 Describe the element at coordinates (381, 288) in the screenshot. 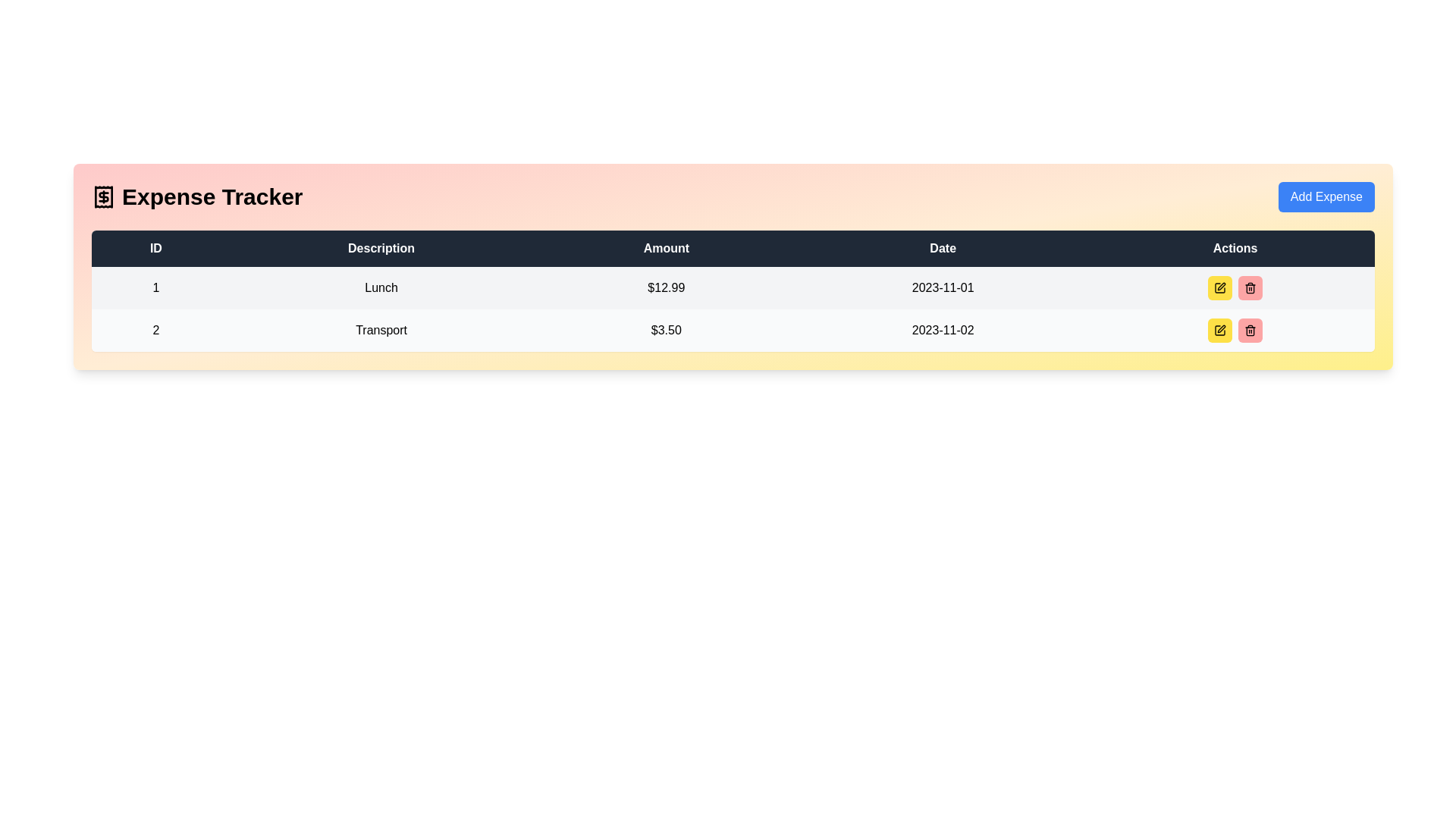

I see `the text label displaying 'Lunch' in the 'Description' column of the first row within the table` at that location.